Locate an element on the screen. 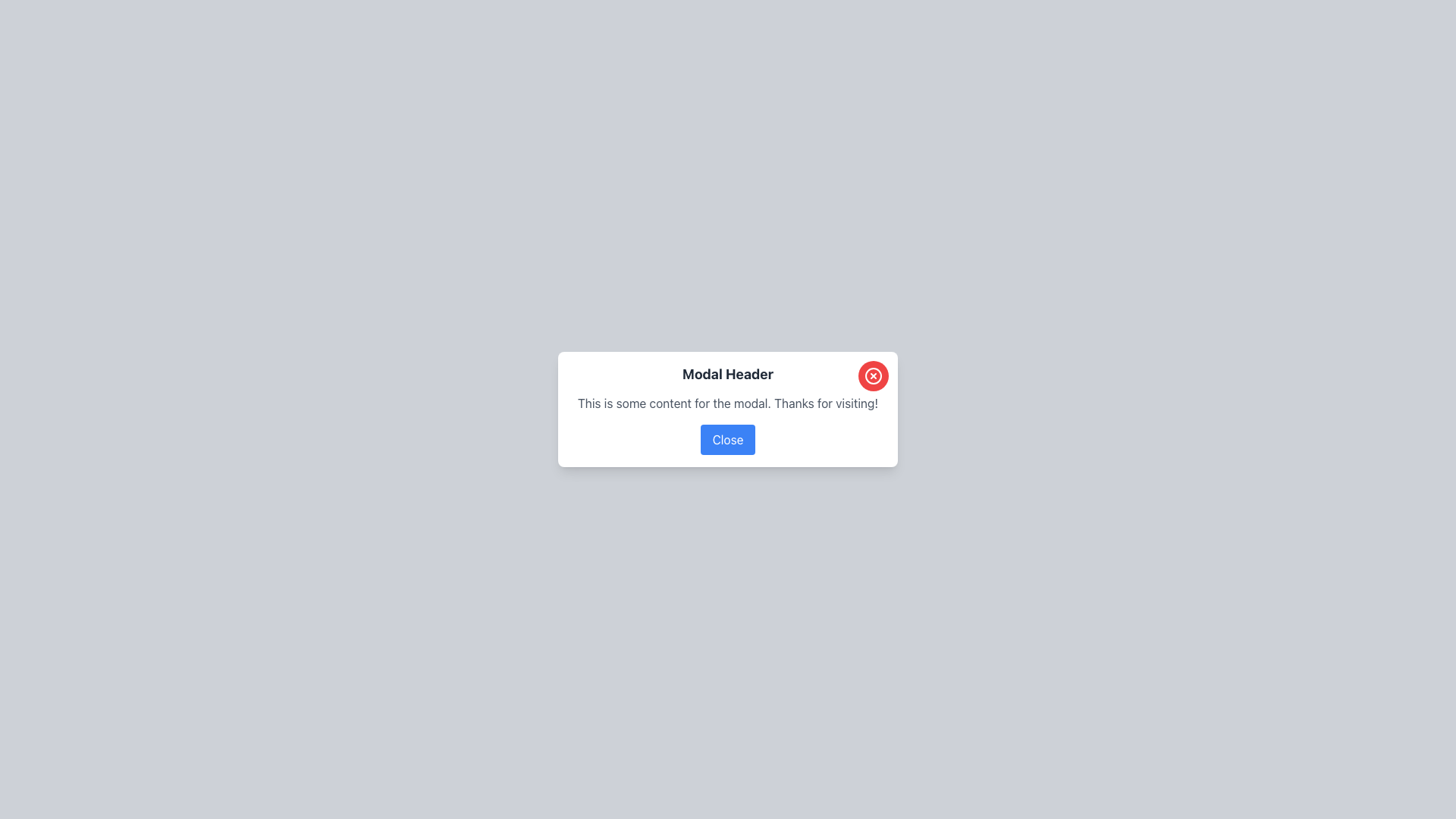 This screenshot has width=1456, height=819. the red circular SVG icon with a white cross symbol located at the top-right corner of the modal dialog is located at coordinates (874, 375).